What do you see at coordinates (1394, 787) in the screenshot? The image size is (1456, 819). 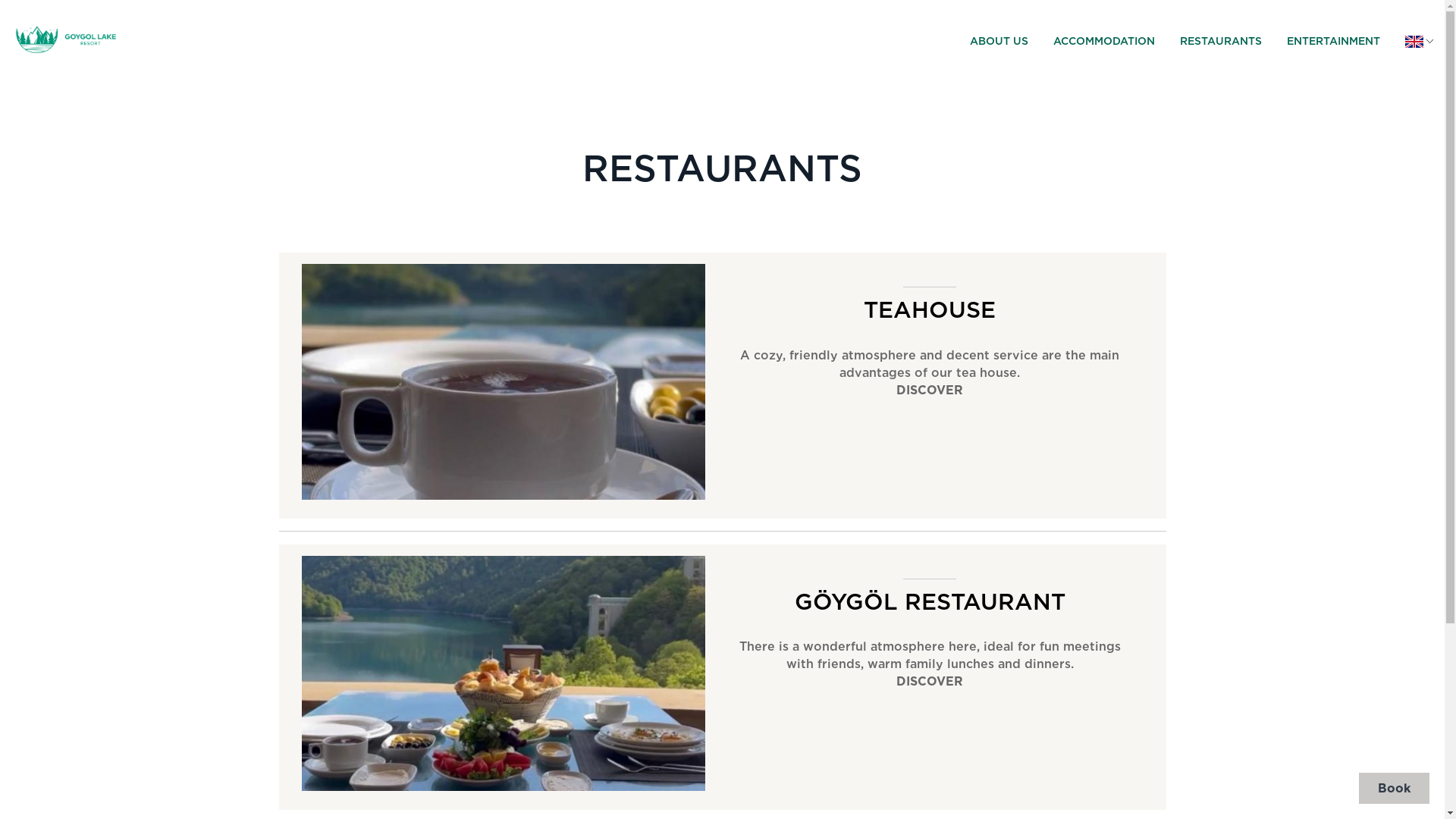 I see `'Book'` at bounding box center [1394, 787].